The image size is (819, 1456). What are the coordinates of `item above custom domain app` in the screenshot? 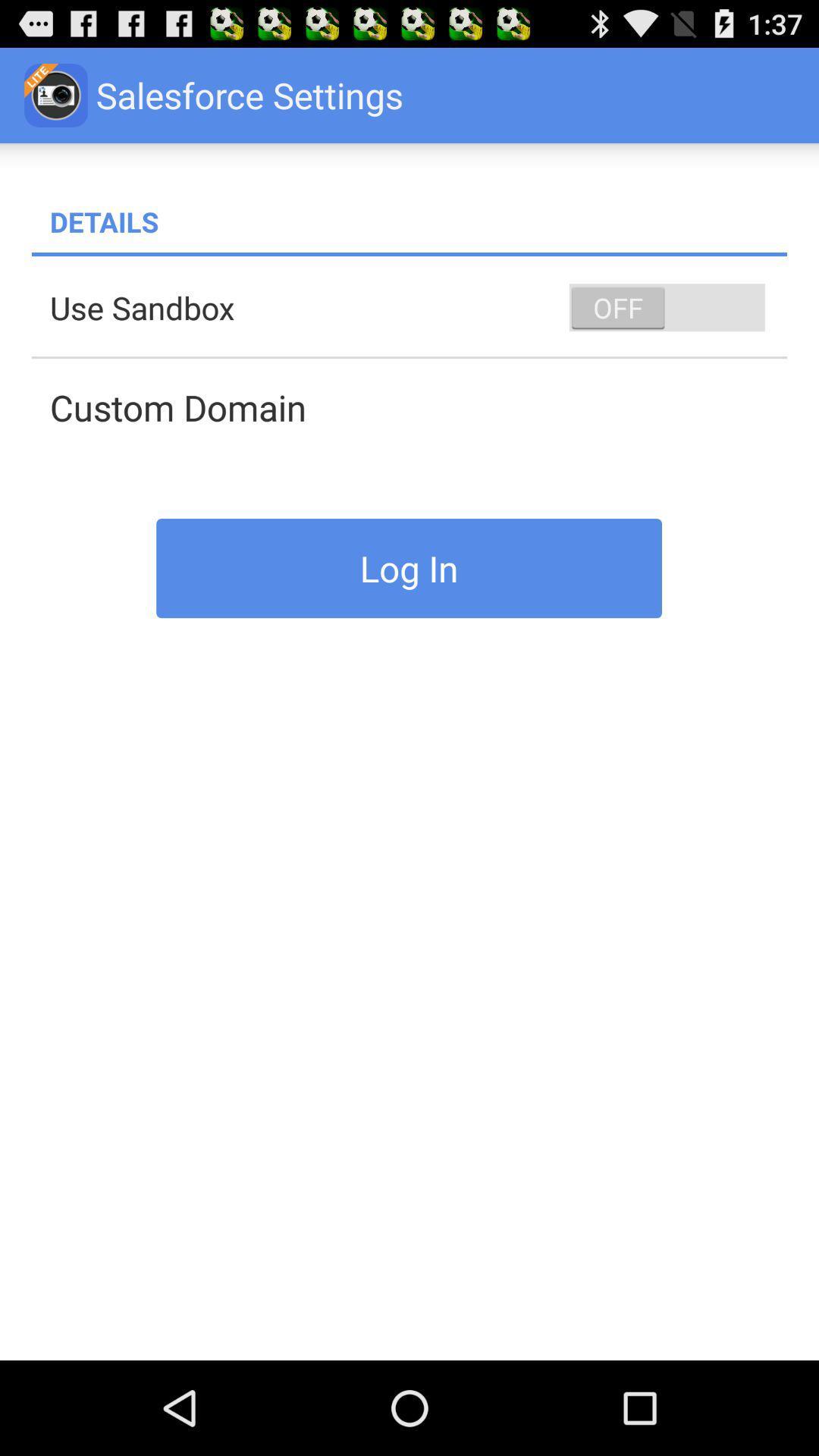 It's located at (418, 306).